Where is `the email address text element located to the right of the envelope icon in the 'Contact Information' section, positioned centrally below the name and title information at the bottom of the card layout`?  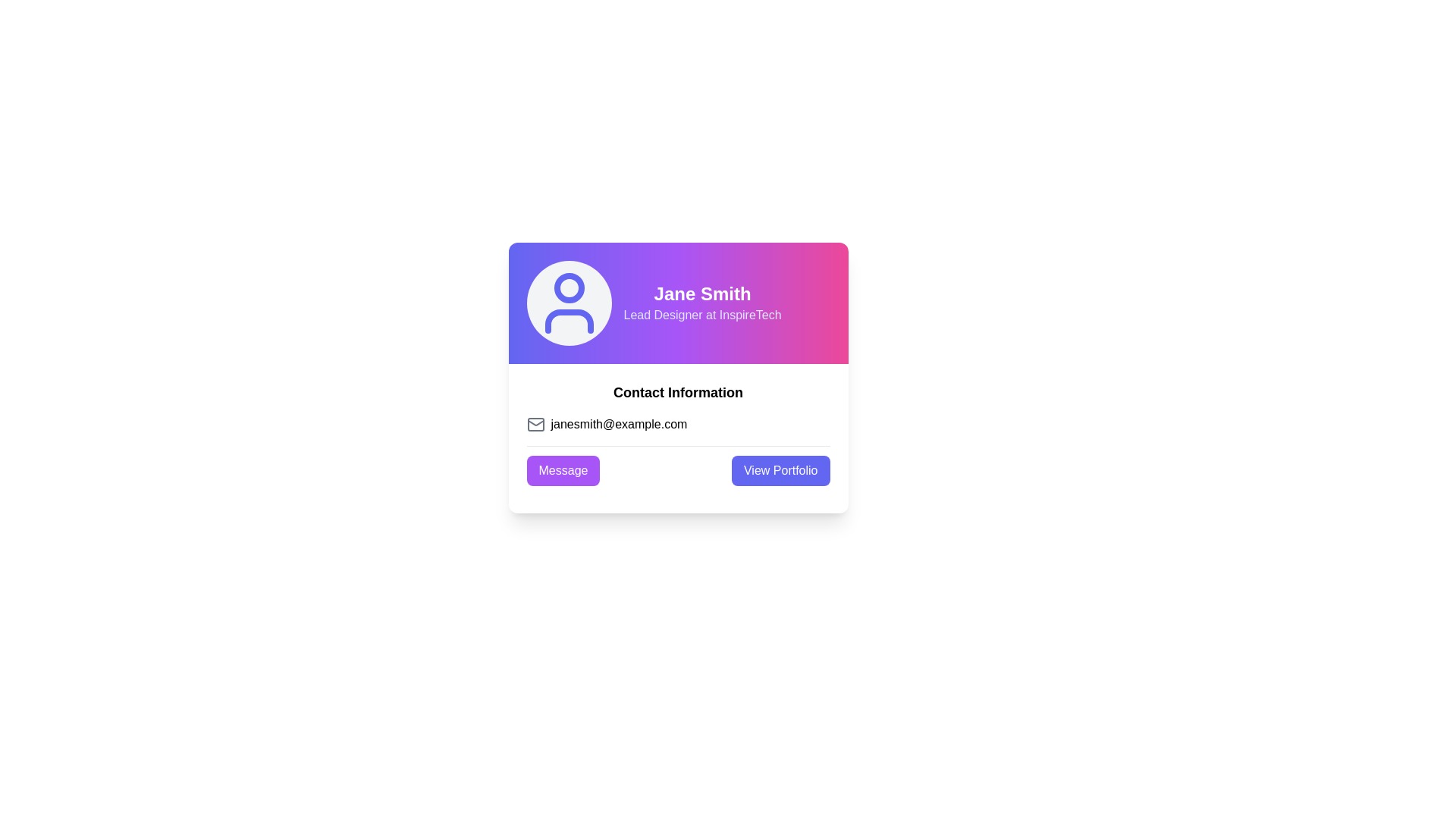
the email address text element located to the right of the envelope icon in the 'Contact Information' section, positioned centrally below the name and title information at the bottom of the card layout is located at coordinates (619, 424).